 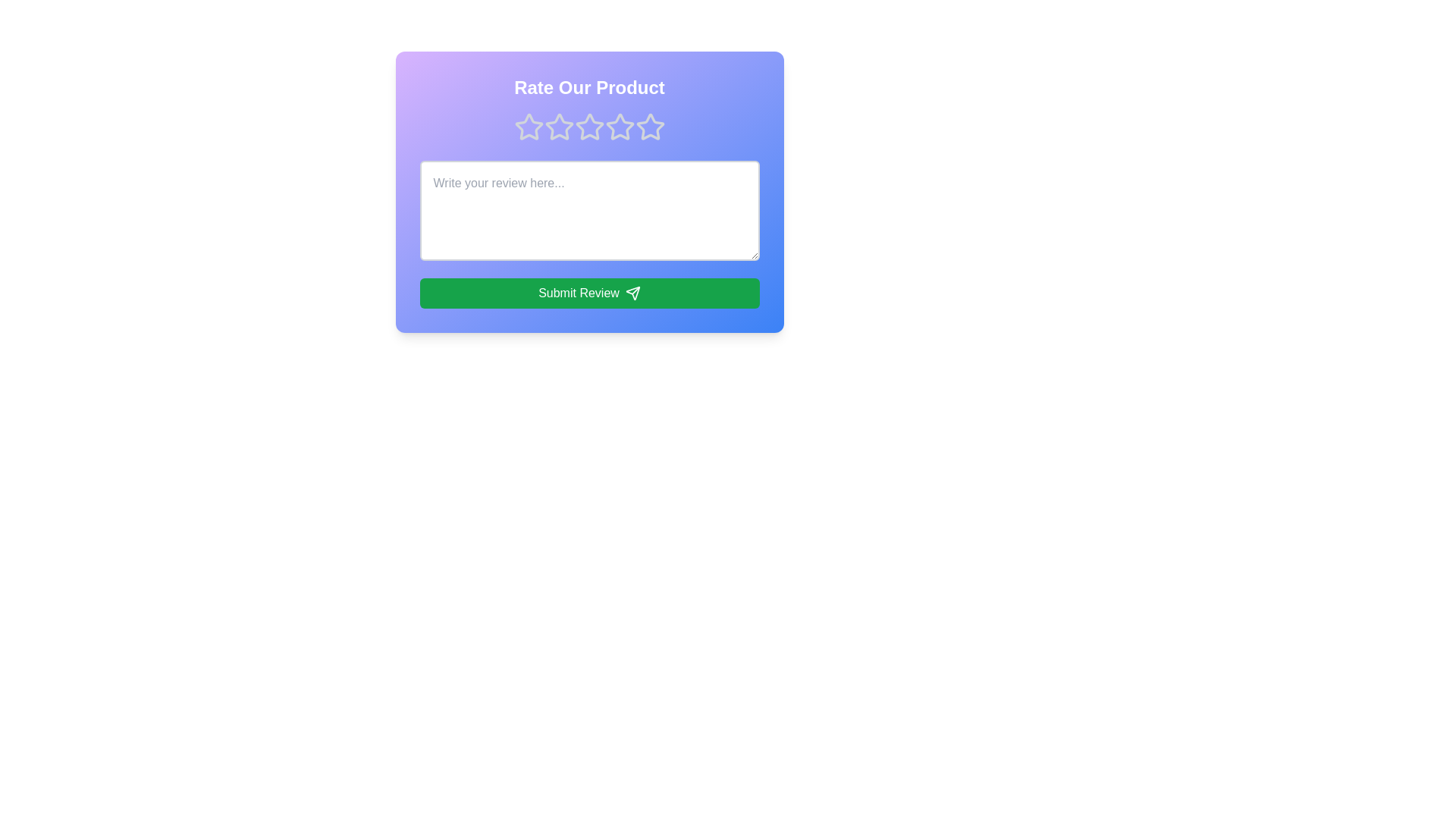 I want to click on the fifth hollow star-shaped icon in light gray to rate it, located above the text input field, so click(x=650, y=127).